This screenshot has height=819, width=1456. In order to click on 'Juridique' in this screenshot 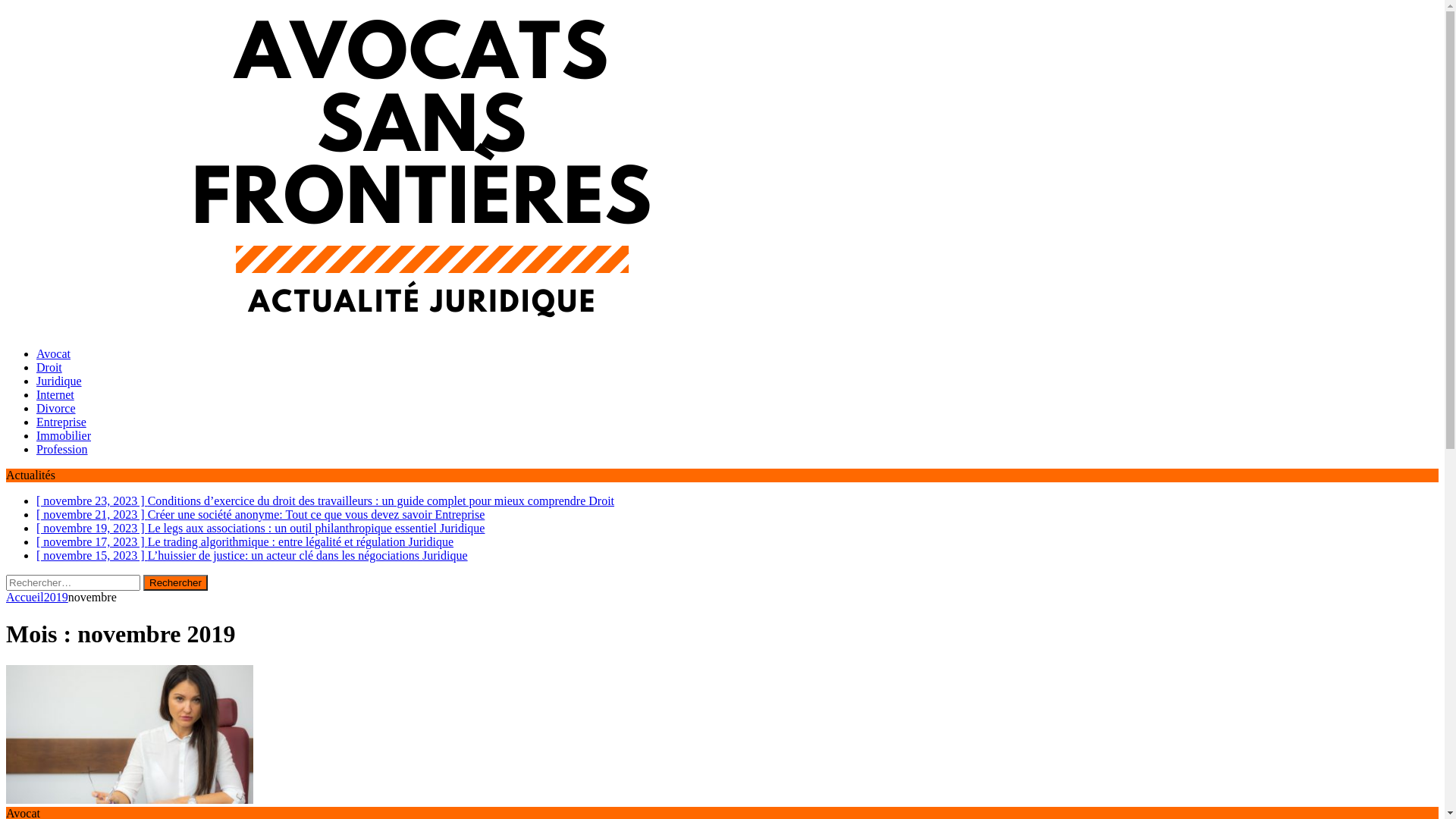, I will do `click(58, 380)`.